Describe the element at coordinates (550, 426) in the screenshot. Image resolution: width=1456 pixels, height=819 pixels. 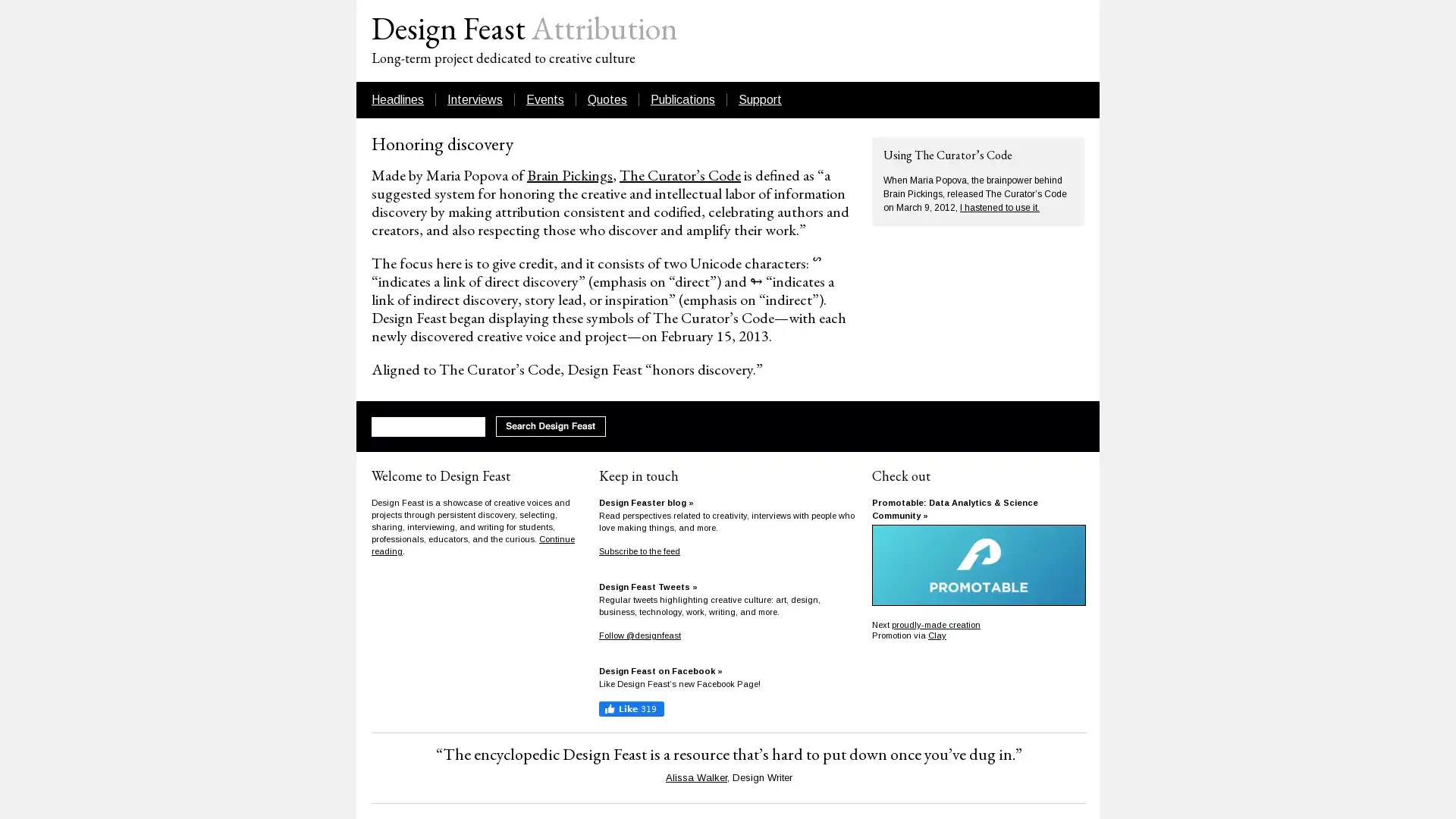
I see `Search Design Feast` at that location.